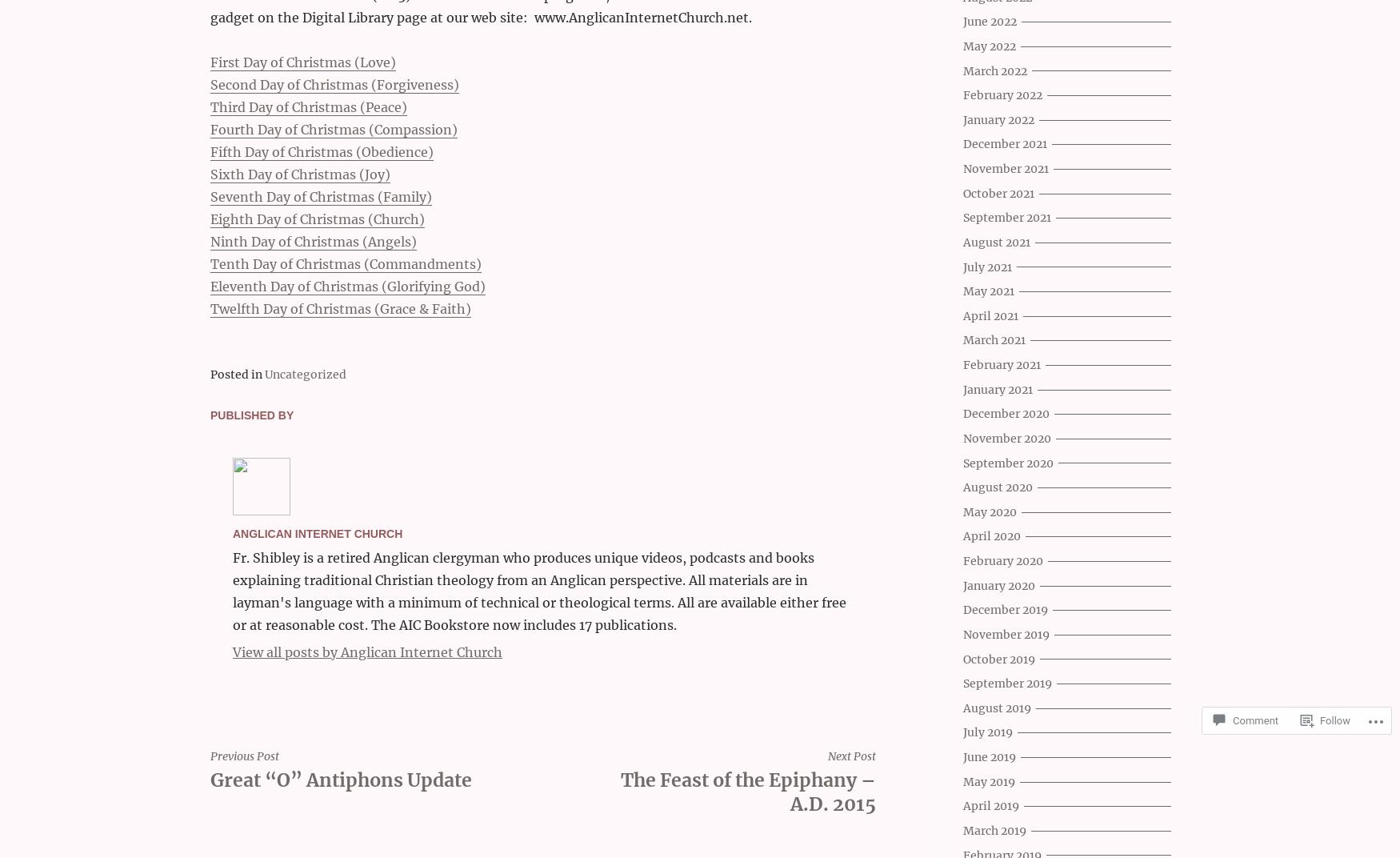  Describe the element at coordinates (236, 372) in the screenshot. I see `'Posted in'` at that location.